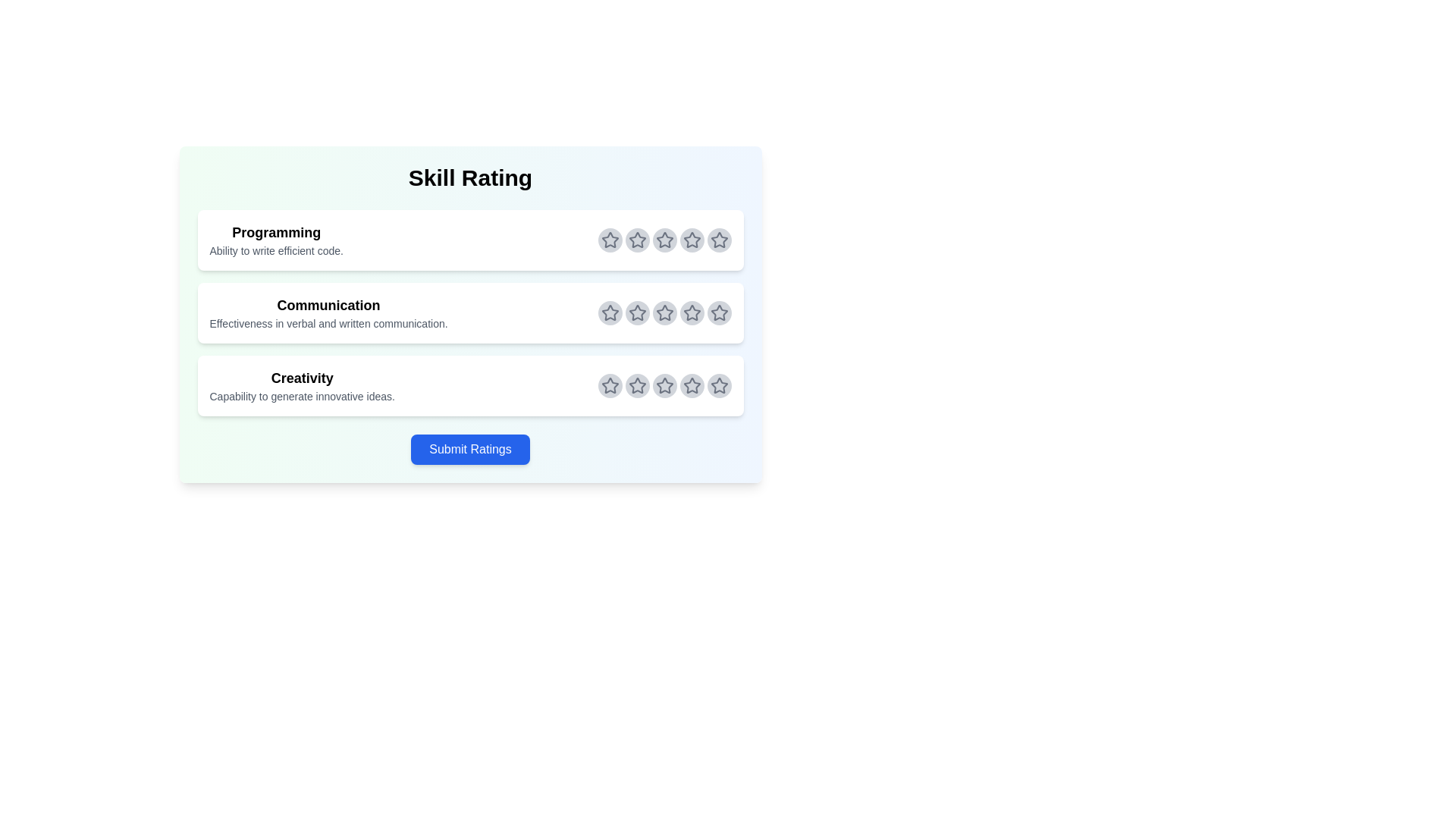 The width and height of the screenshot is (1456, 819). I want to click on the Programming Star 1 to observe its hover effect, so click(610, 239).